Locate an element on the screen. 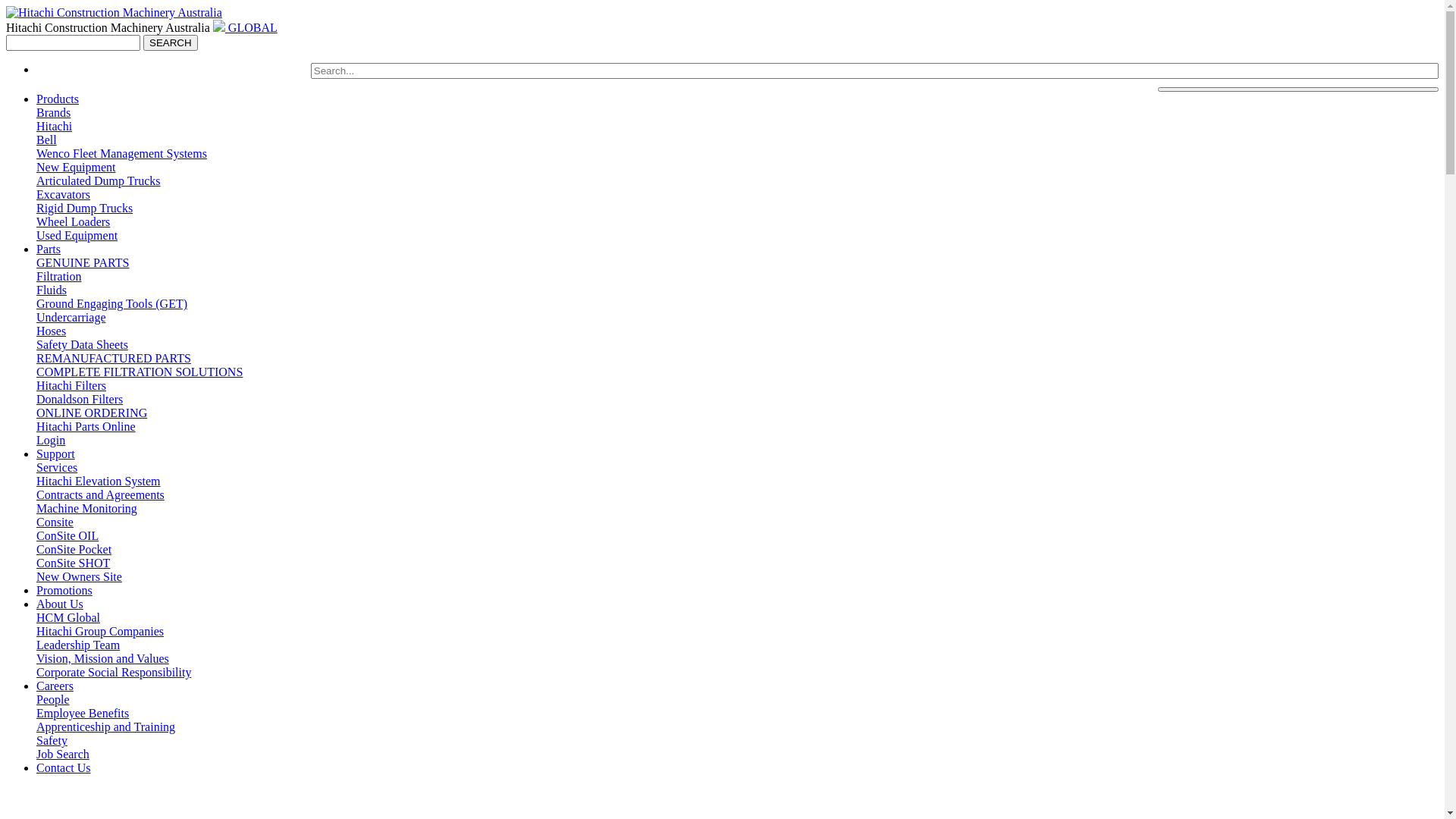 This screenshot has height=819, width=1456. 'About Us' is located at coordinates (36, 603).